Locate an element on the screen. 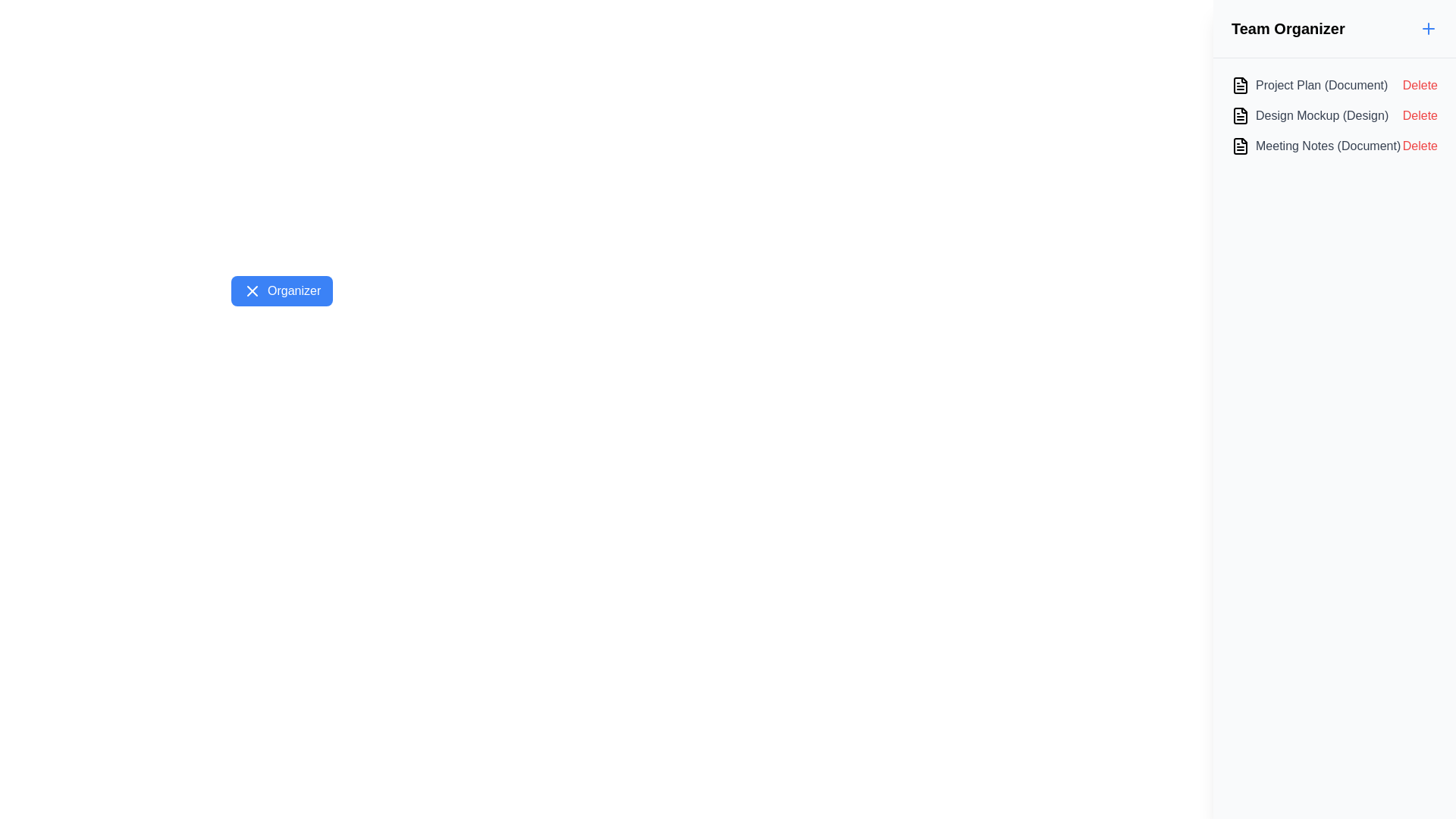 The height and width of the screenshot is (819, 1456). the 'Team Organizer' text label, which is displayed in bold and large font at the top-right corner of the interface is located at coordinates (1287, 29).